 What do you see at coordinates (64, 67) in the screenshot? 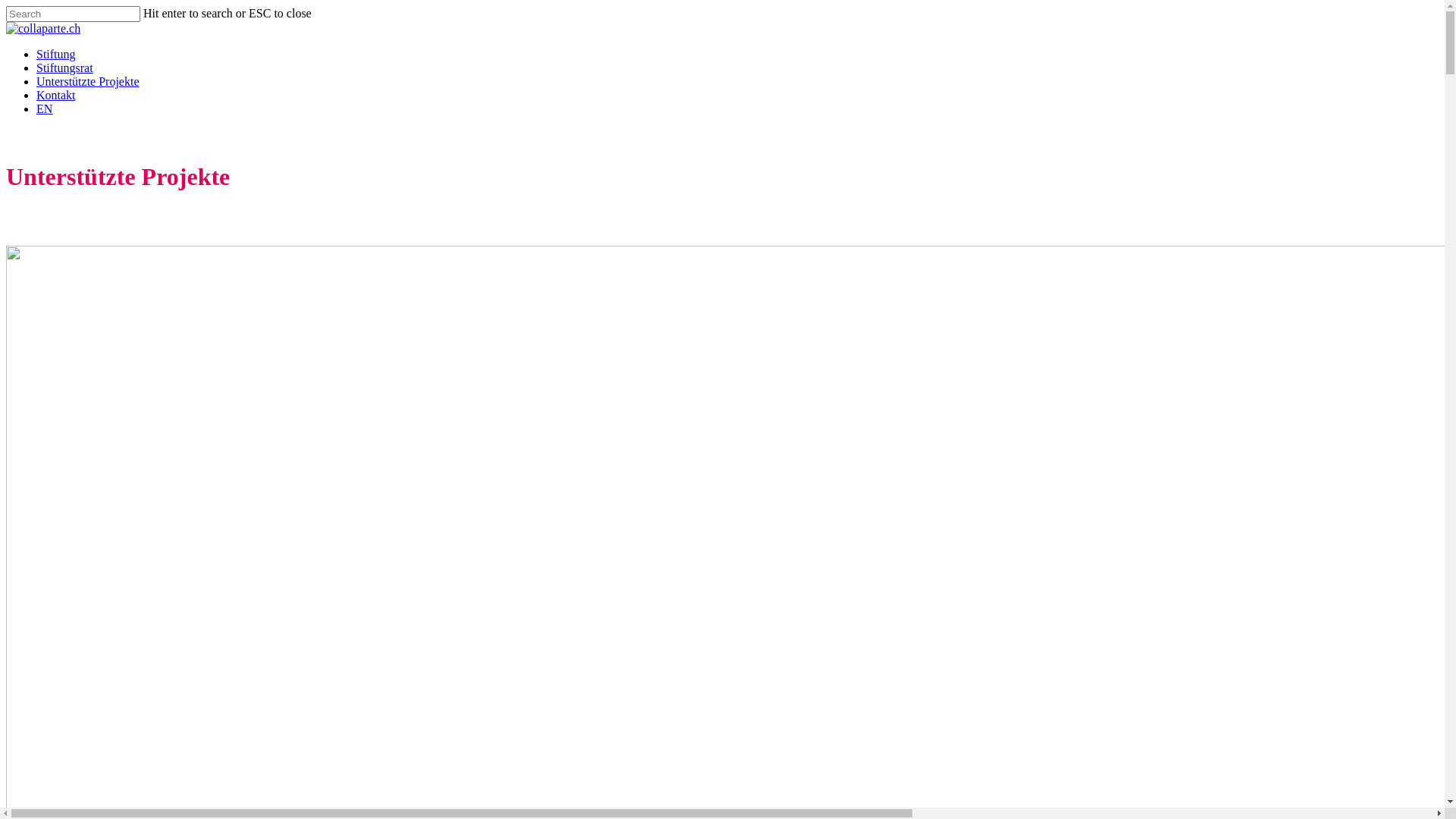
I see `'Stiftungsrat'` at bounding box center [64, 67].